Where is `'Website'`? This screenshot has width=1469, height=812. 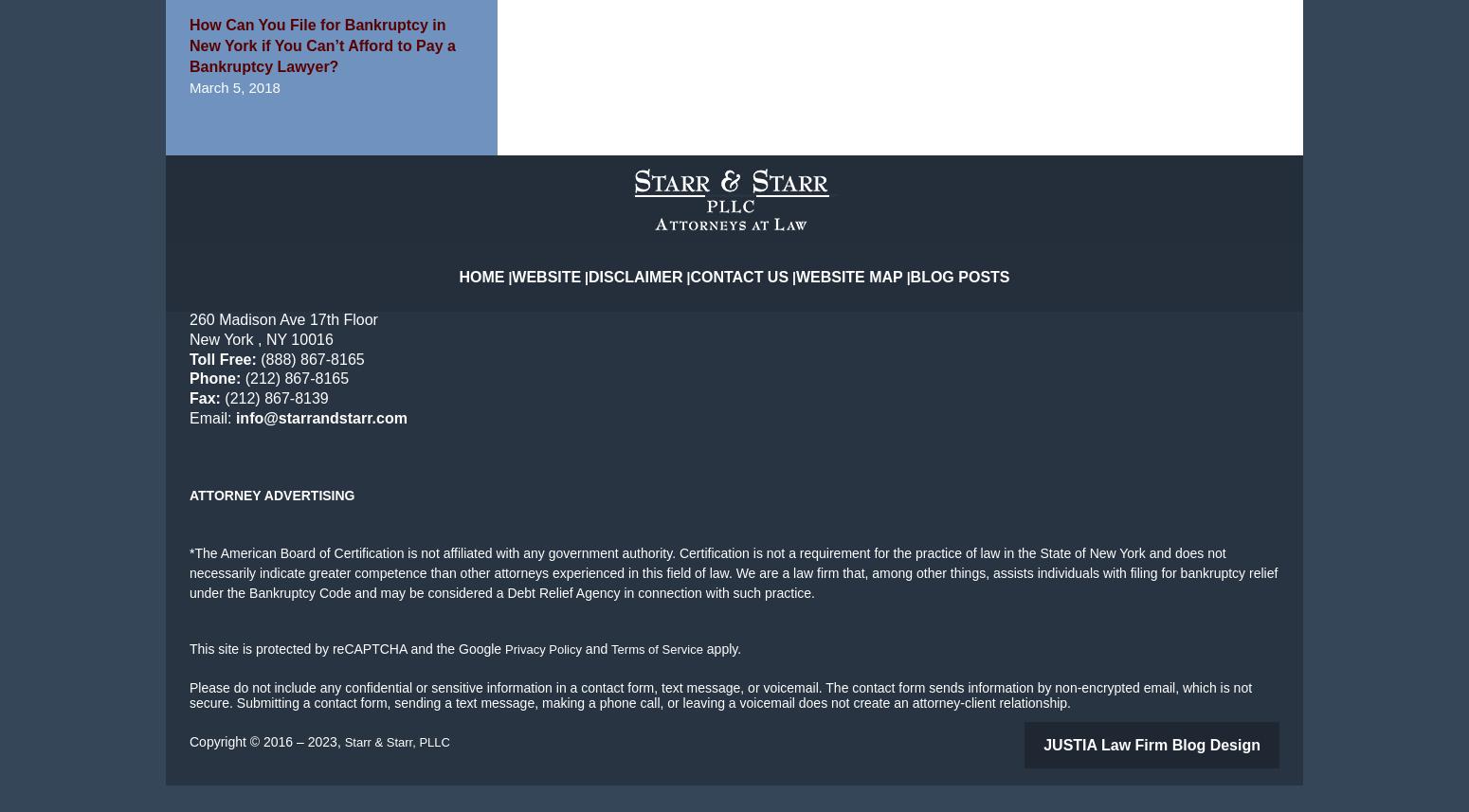
'Website' is located at coordinates (572, 289).